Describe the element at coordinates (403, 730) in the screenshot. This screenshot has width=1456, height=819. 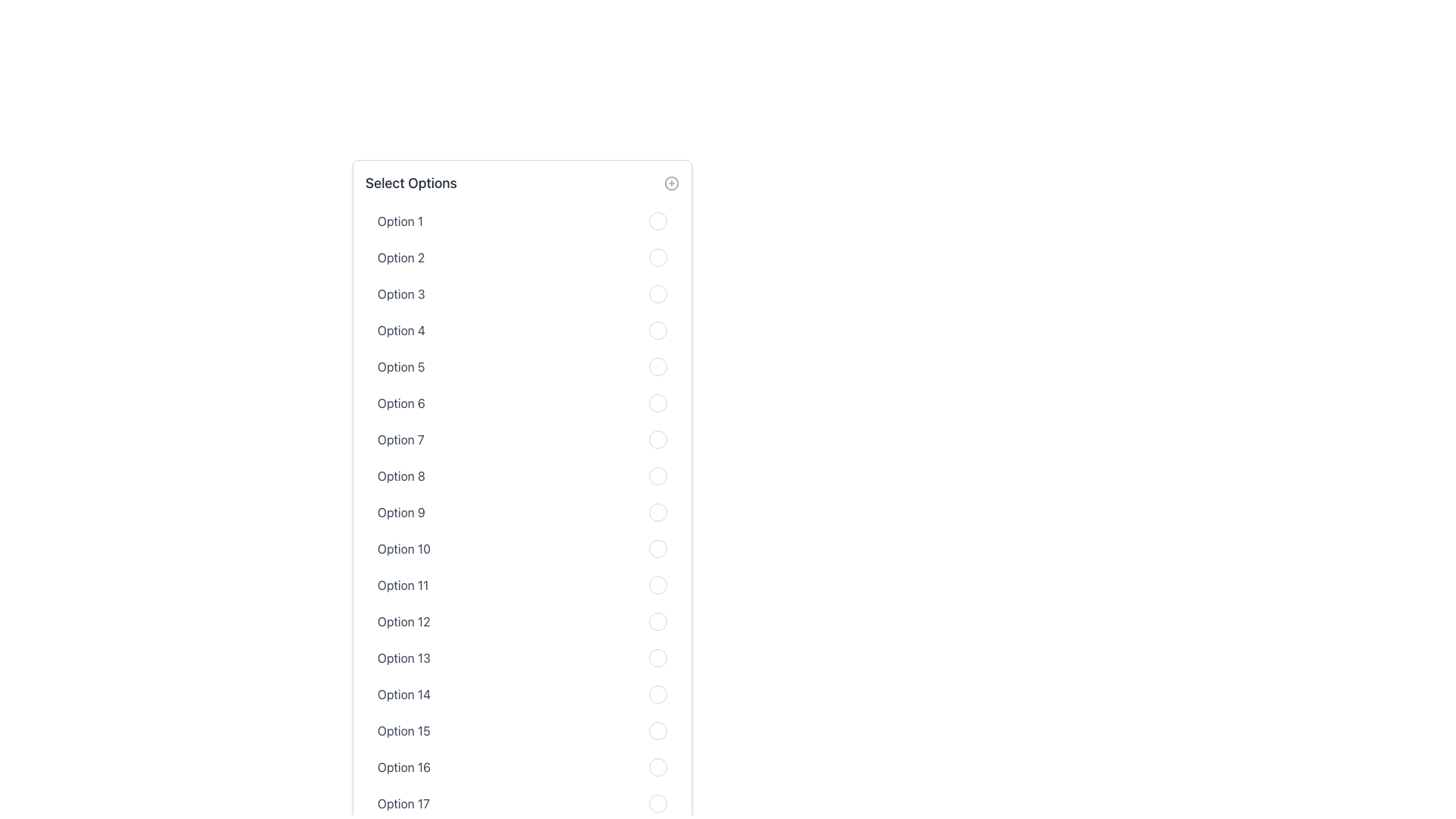
I see `text label "Option 15" which is styled in gray color and serves as a label for a specific choice in the list of options` at that location.